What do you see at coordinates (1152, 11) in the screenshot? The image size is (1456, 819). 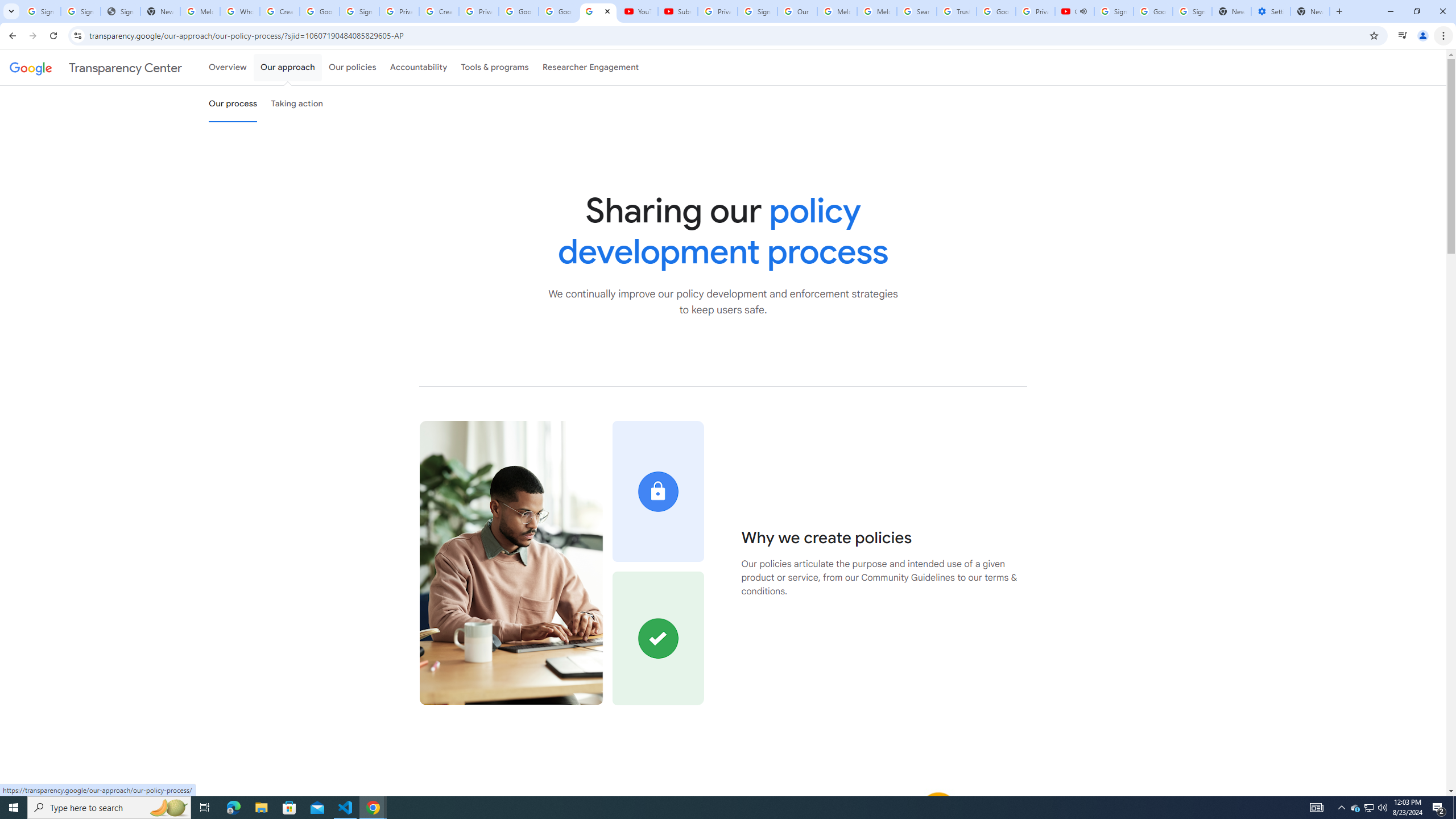 I see `'Google Cybersecurity Innovations - Google Safety Center'` at bounding box center [1152, 11].